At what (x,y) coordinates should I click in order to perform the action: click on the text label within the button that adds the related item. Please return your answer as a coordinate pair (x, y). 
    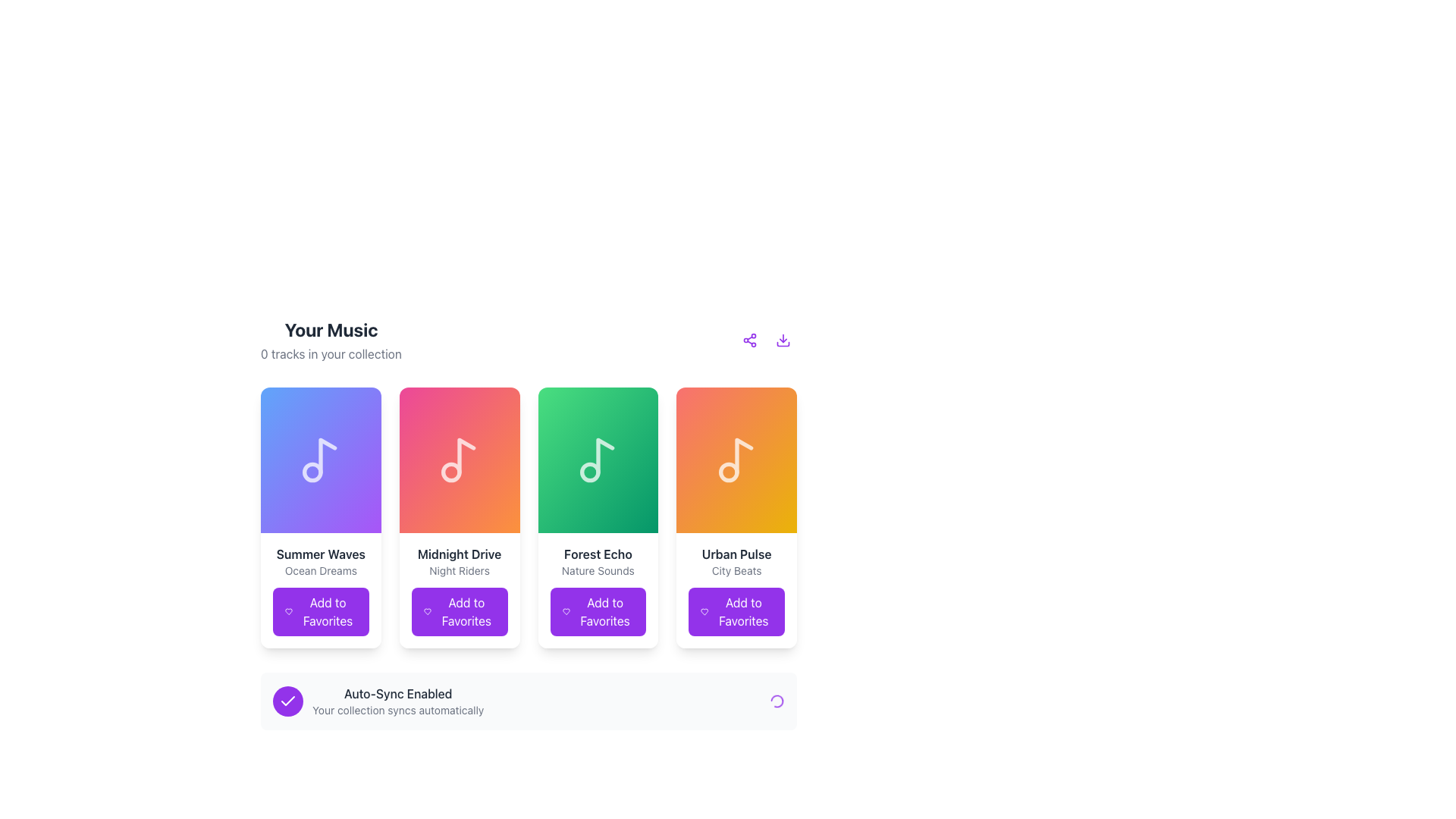
    Looking at the image, I should click on (465, 610).